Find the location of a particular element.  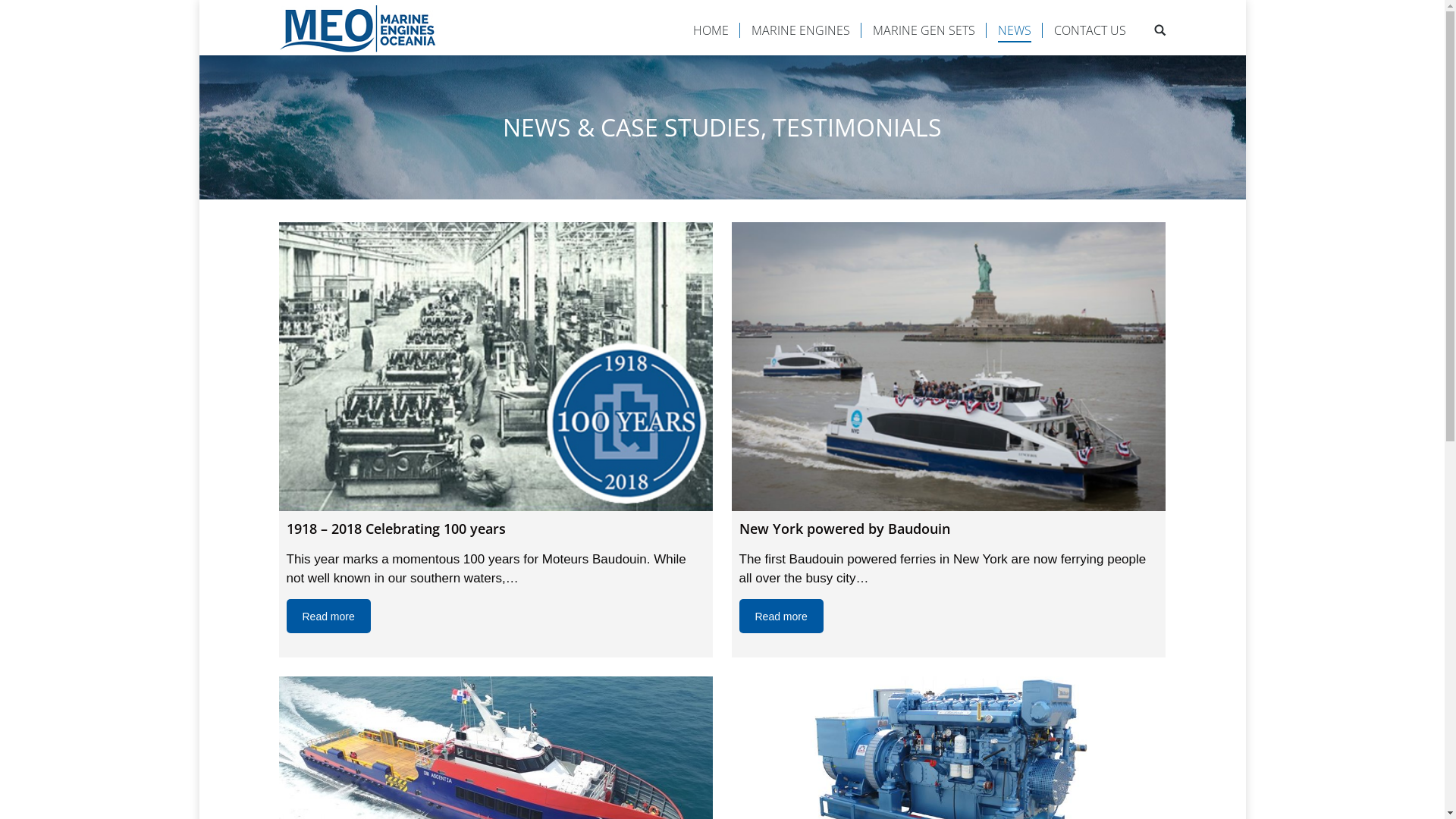

'MARINE ENGINES' is located at coordinates (799, 30).